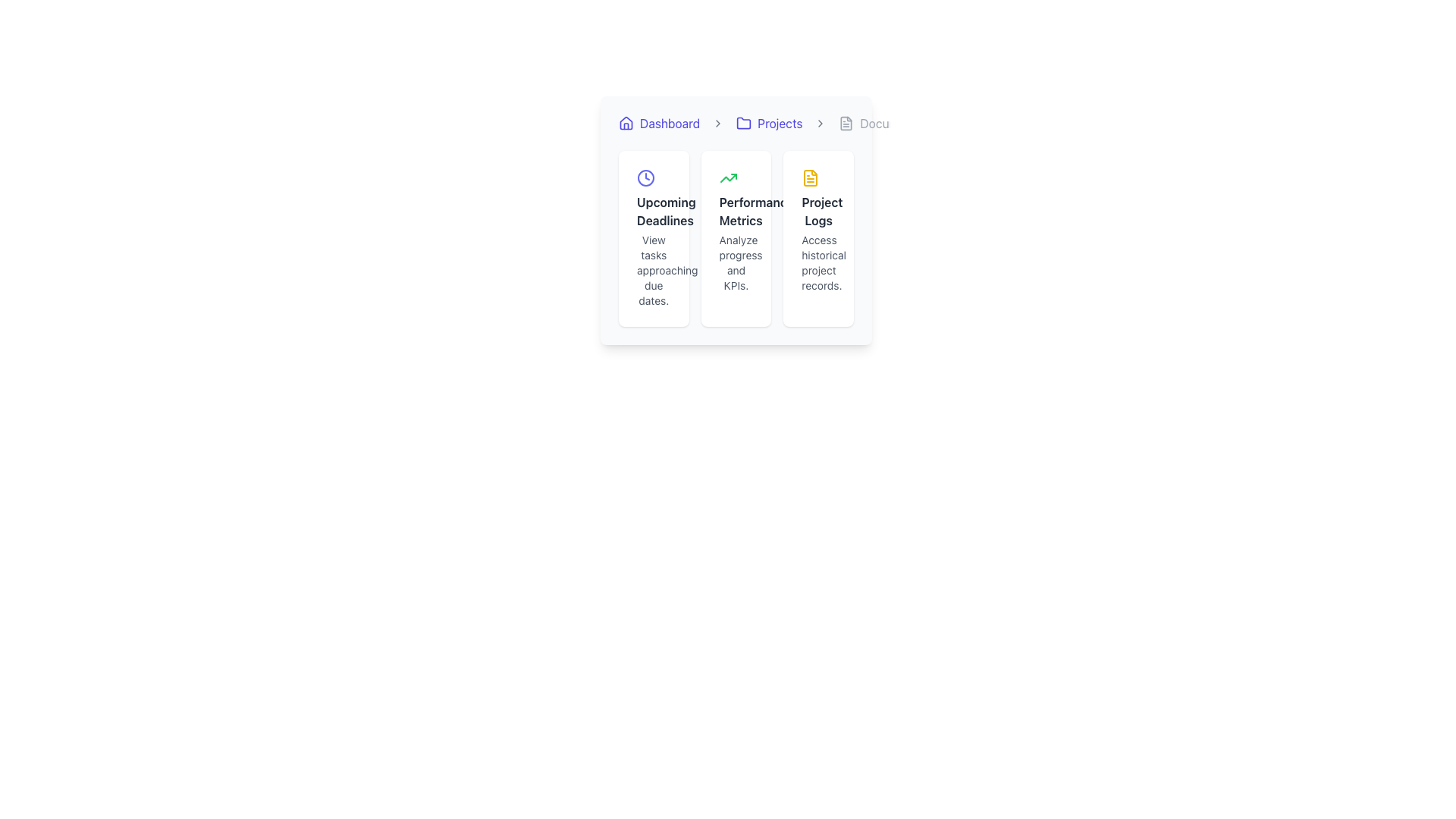 The height and width of the screenshot is (819, 1456). I want to click on the text element that reads 'View tasks approaching due dates', which is styled in smaller gray text and located directly beneath the header 'Upcoming Deadlines' in the leftmost card, so click(654, 270).